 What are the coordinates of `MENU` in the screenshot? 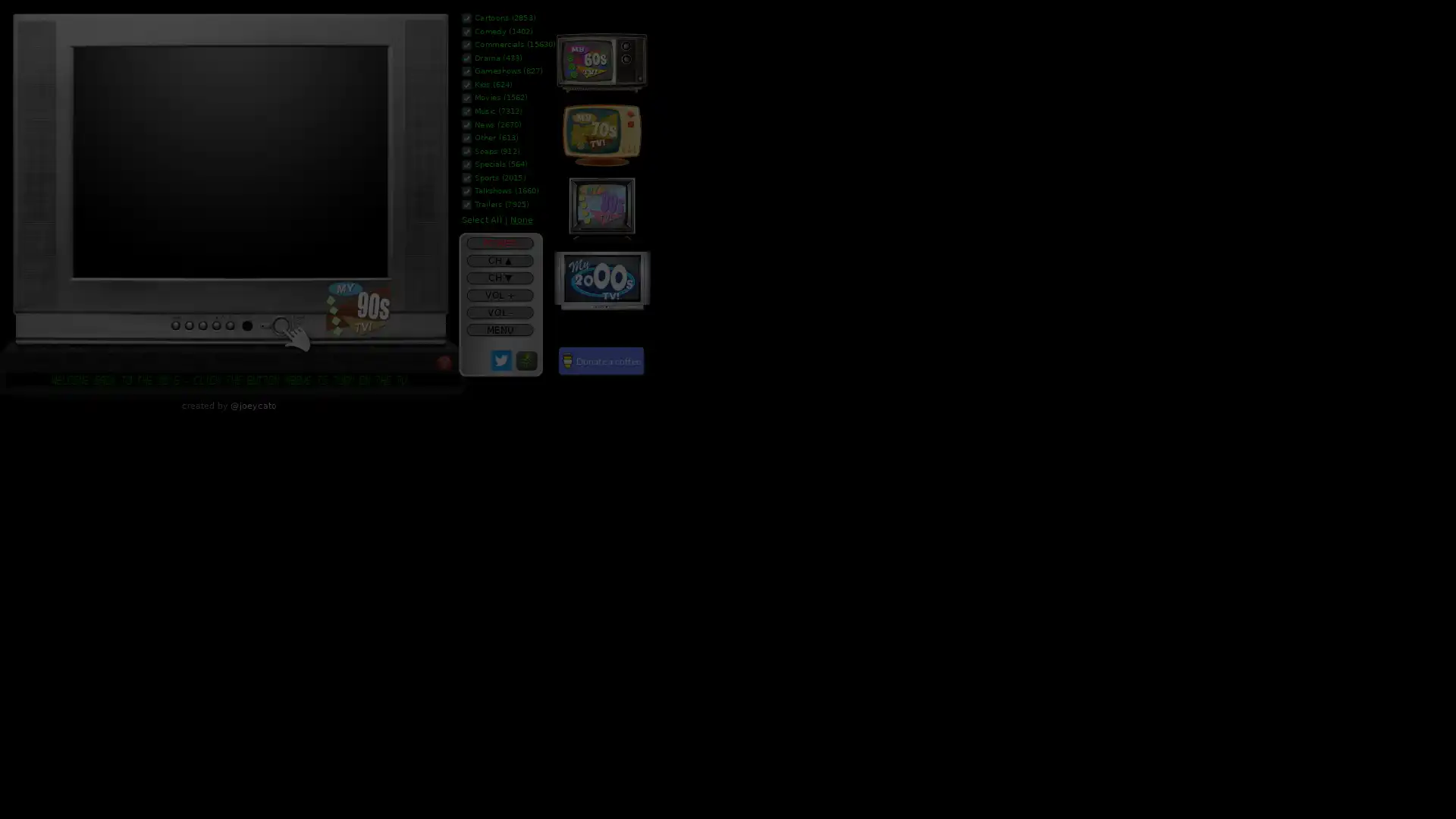 It's located at (499, 329).